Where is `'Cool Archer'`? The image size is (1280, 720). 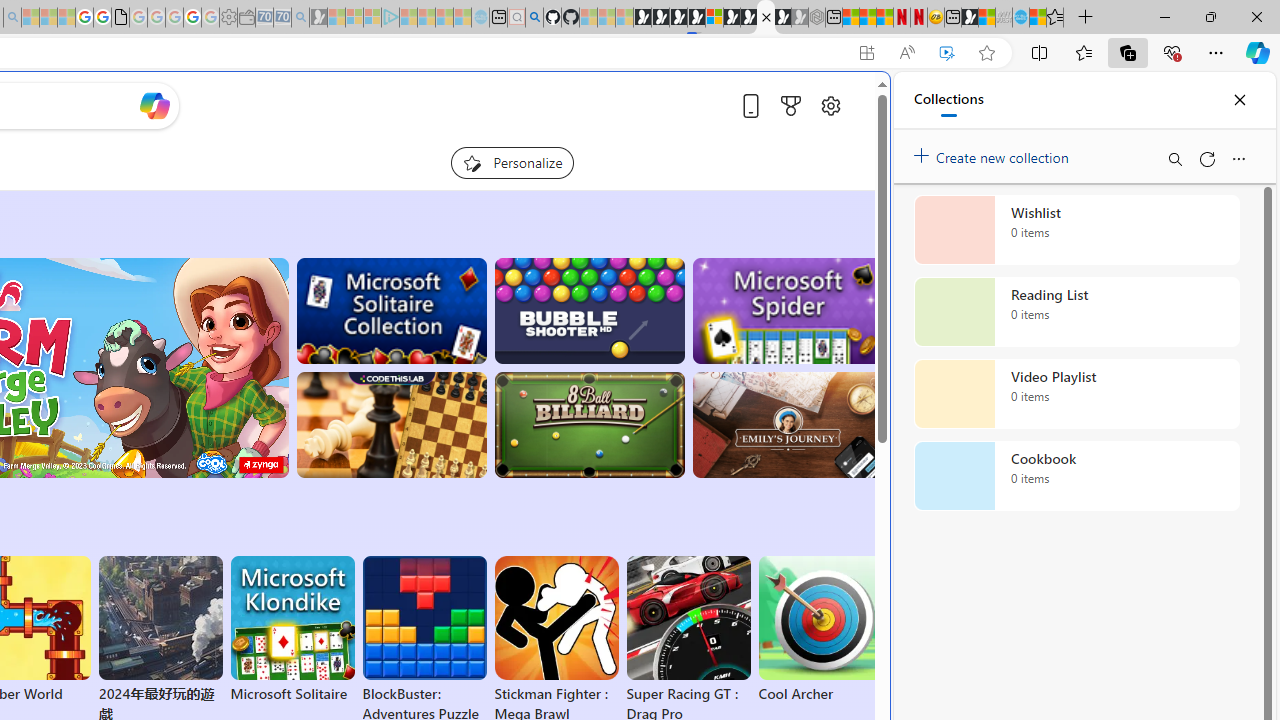
'Cool Archer' is located at coordinates (820, 630).